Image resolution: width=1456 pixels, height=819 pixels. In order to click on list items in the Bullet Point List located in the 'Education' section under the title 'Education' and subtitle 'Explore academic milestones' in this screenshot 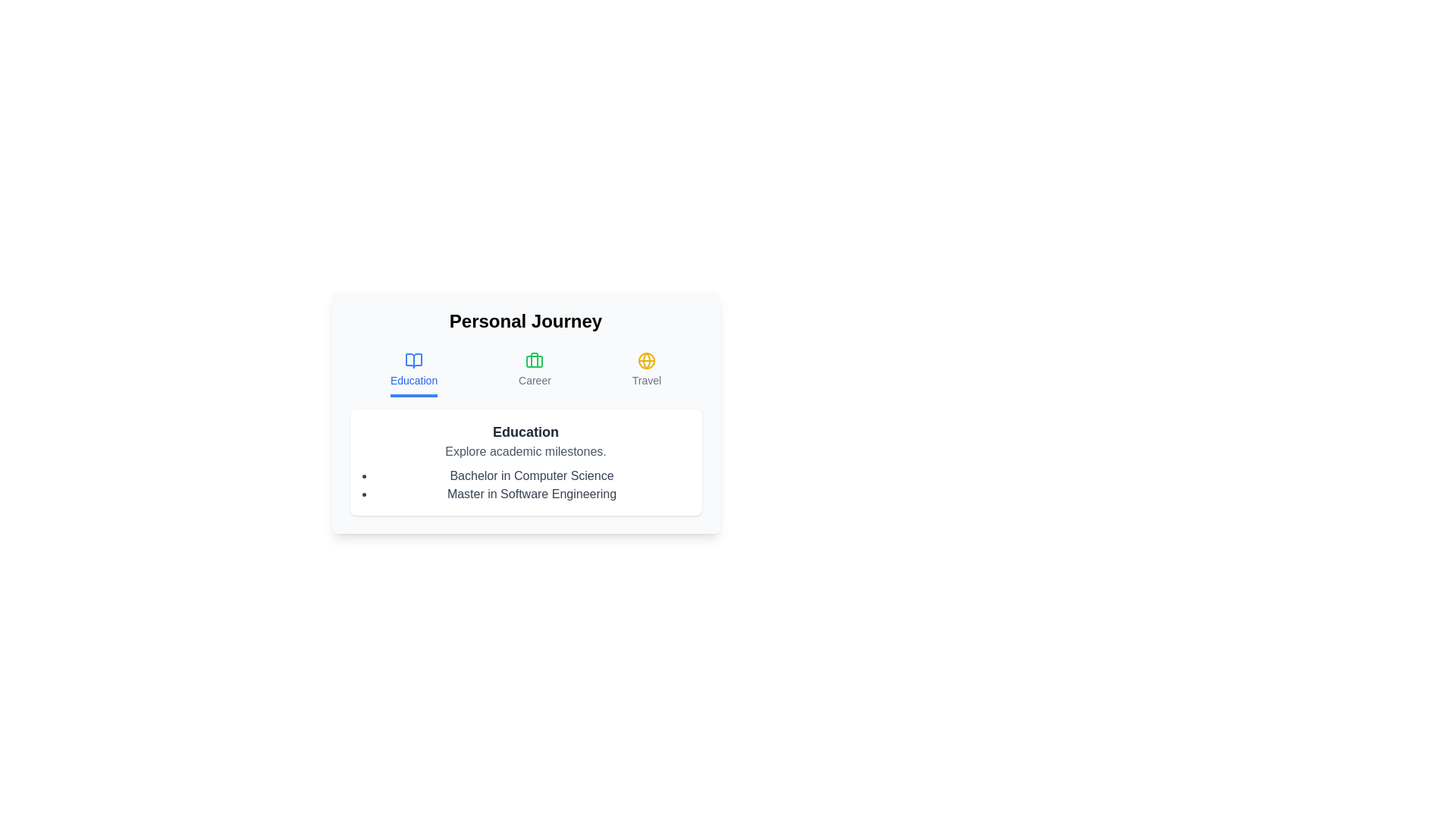, I will do `click(526, 485)`.